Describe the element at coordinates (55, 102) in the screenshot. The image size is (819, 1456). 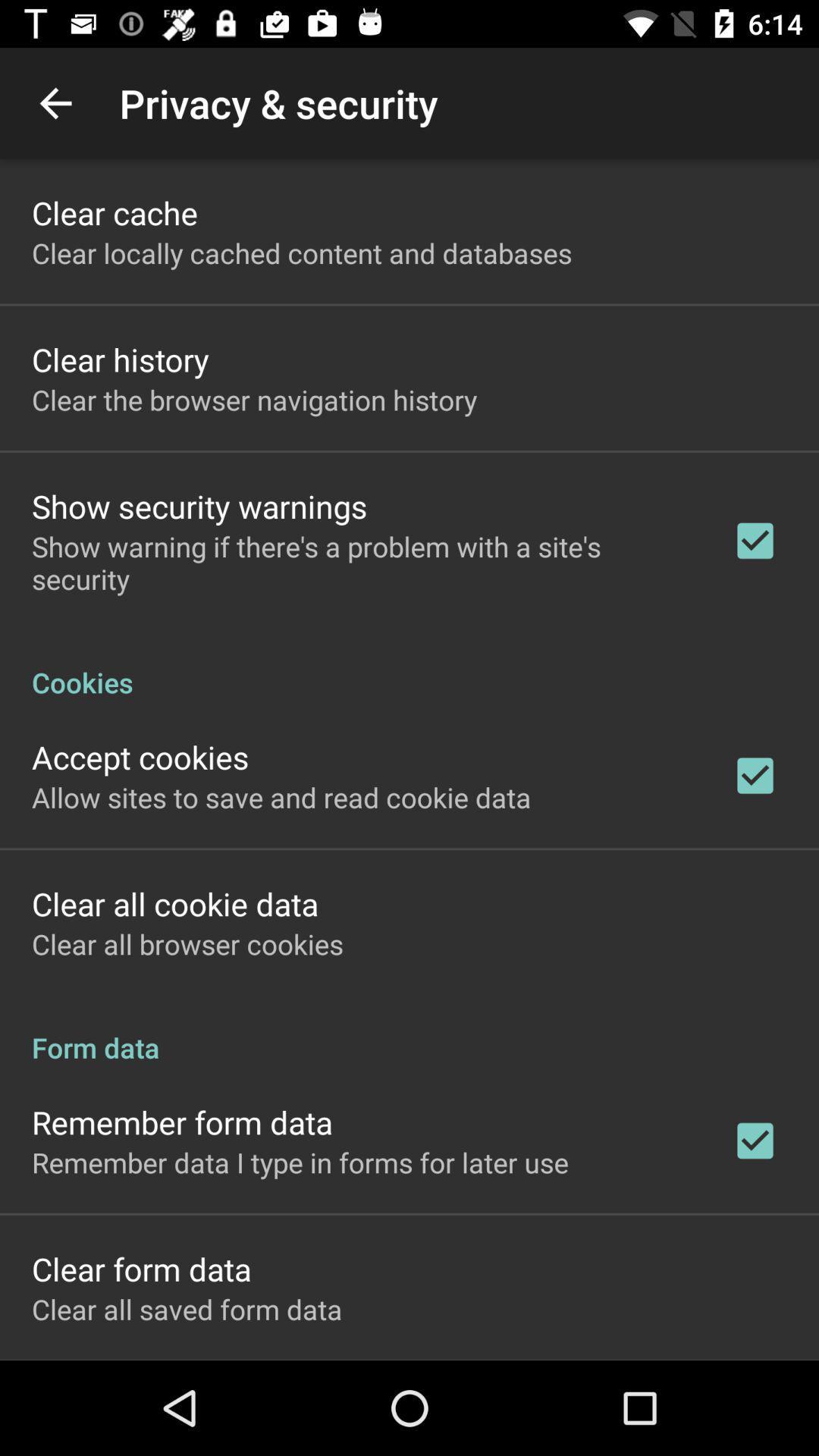
I see `app next to the privacy & security app` at that location.